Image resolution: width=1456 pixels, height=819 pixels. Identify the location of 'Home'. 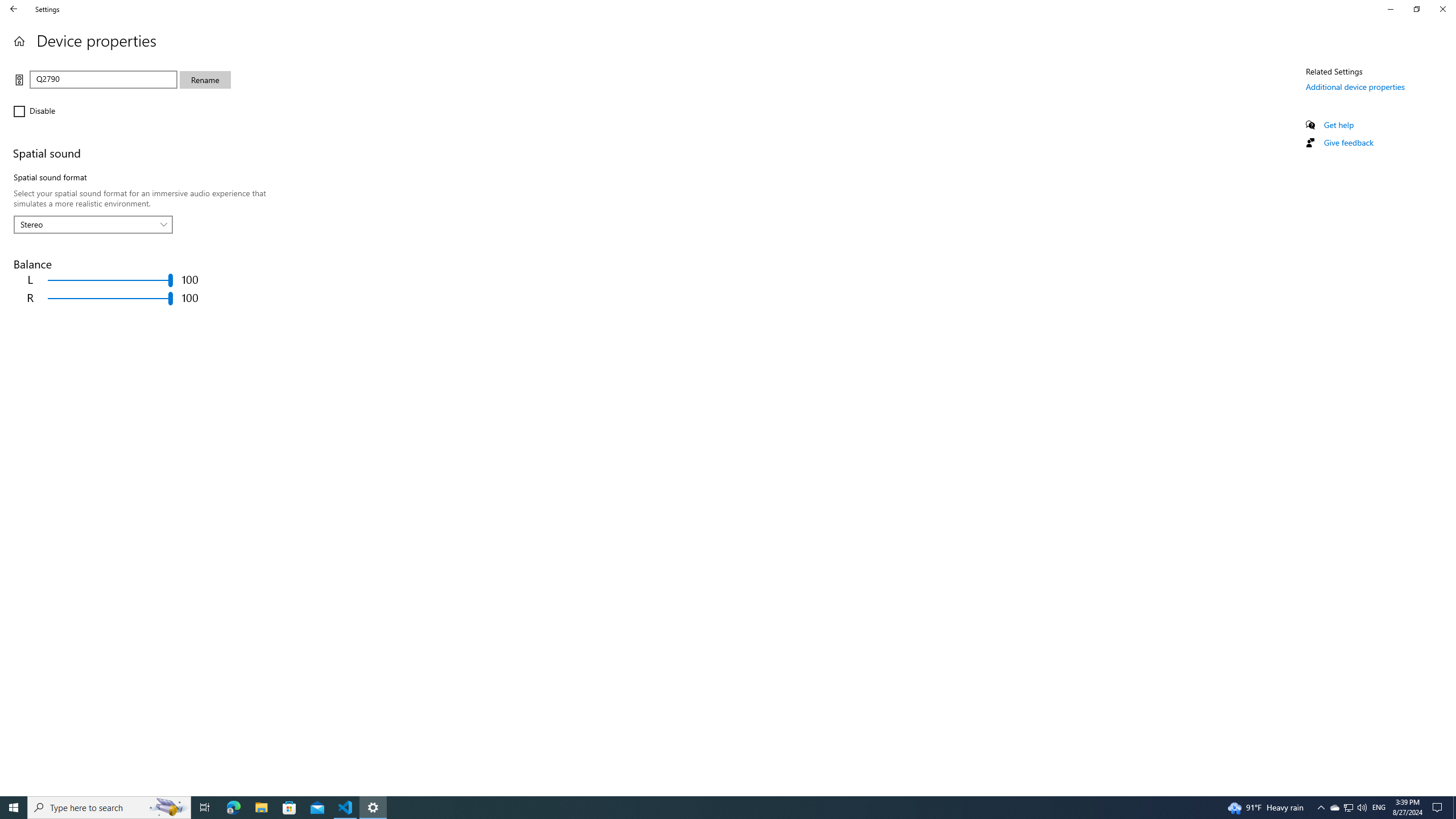
(19, 41).